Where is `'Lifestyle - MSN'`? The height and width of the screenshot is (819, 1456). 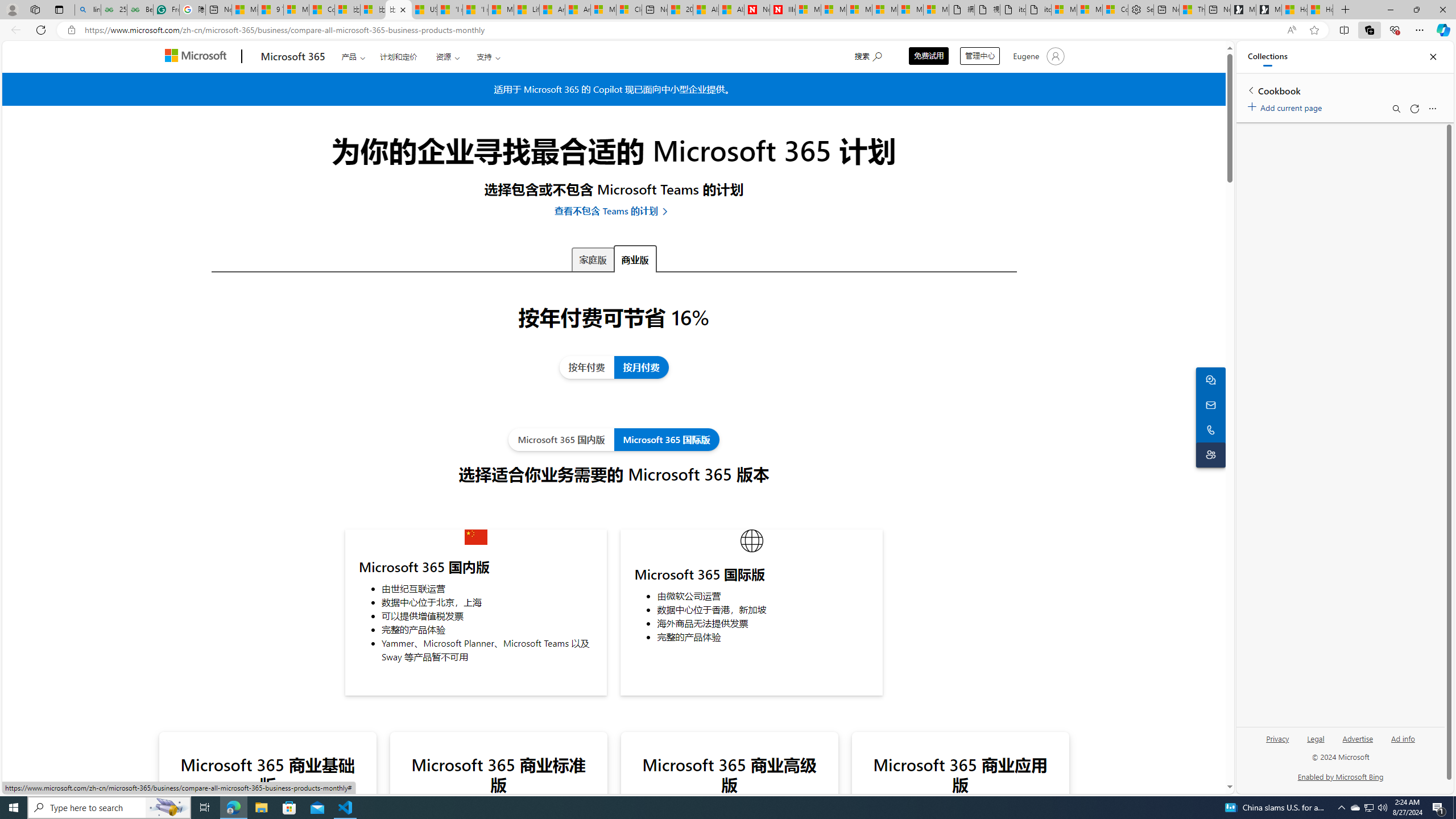 'Lifestyle - MSN' is located at coordinates (526, 9).